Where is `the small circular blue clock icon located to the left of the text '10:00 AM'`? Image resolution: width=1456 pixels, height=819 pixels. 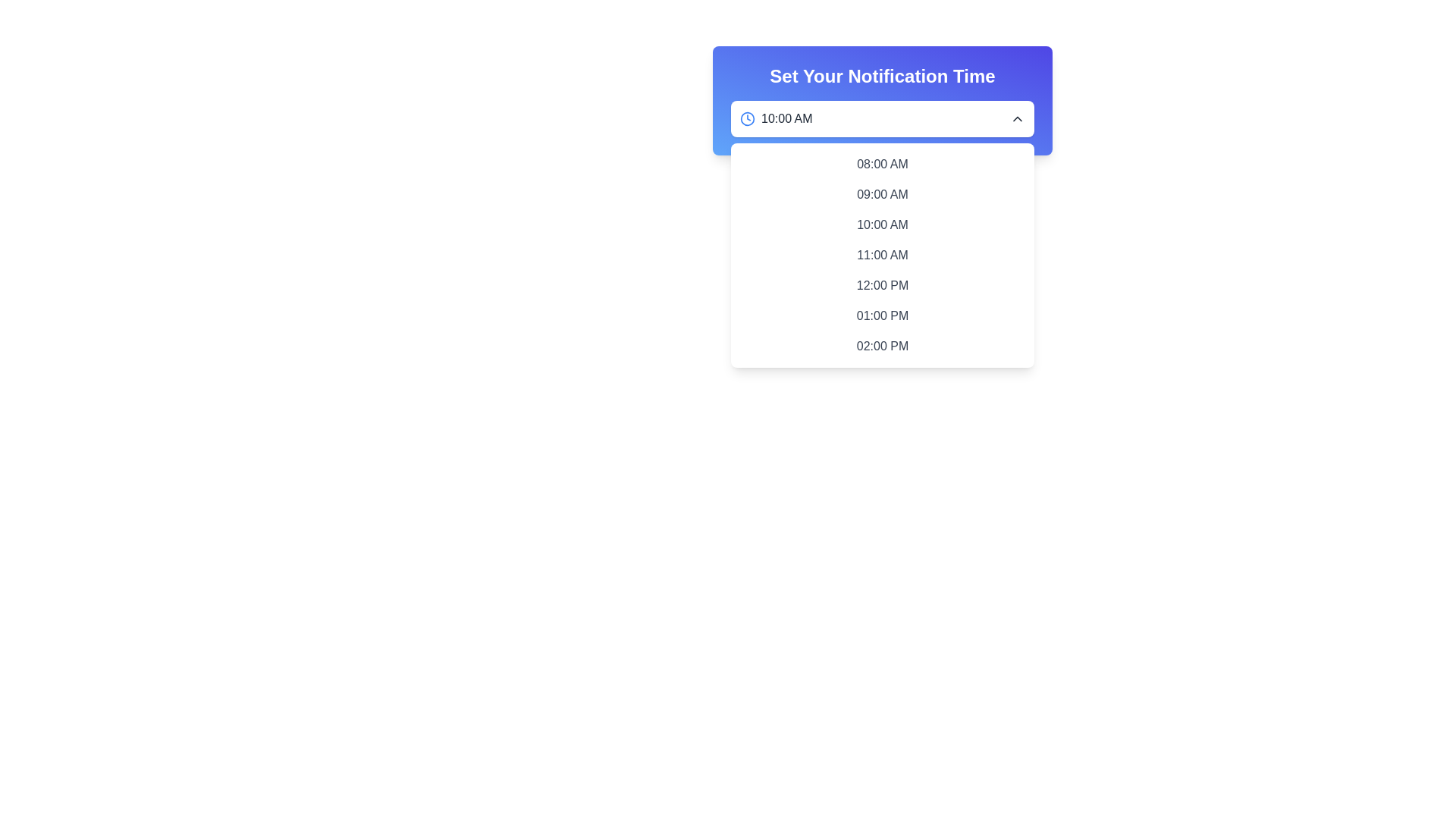
the small circular blue clock icon located to the left of the text '10:00 AM' is located at coordinates (747, 118).